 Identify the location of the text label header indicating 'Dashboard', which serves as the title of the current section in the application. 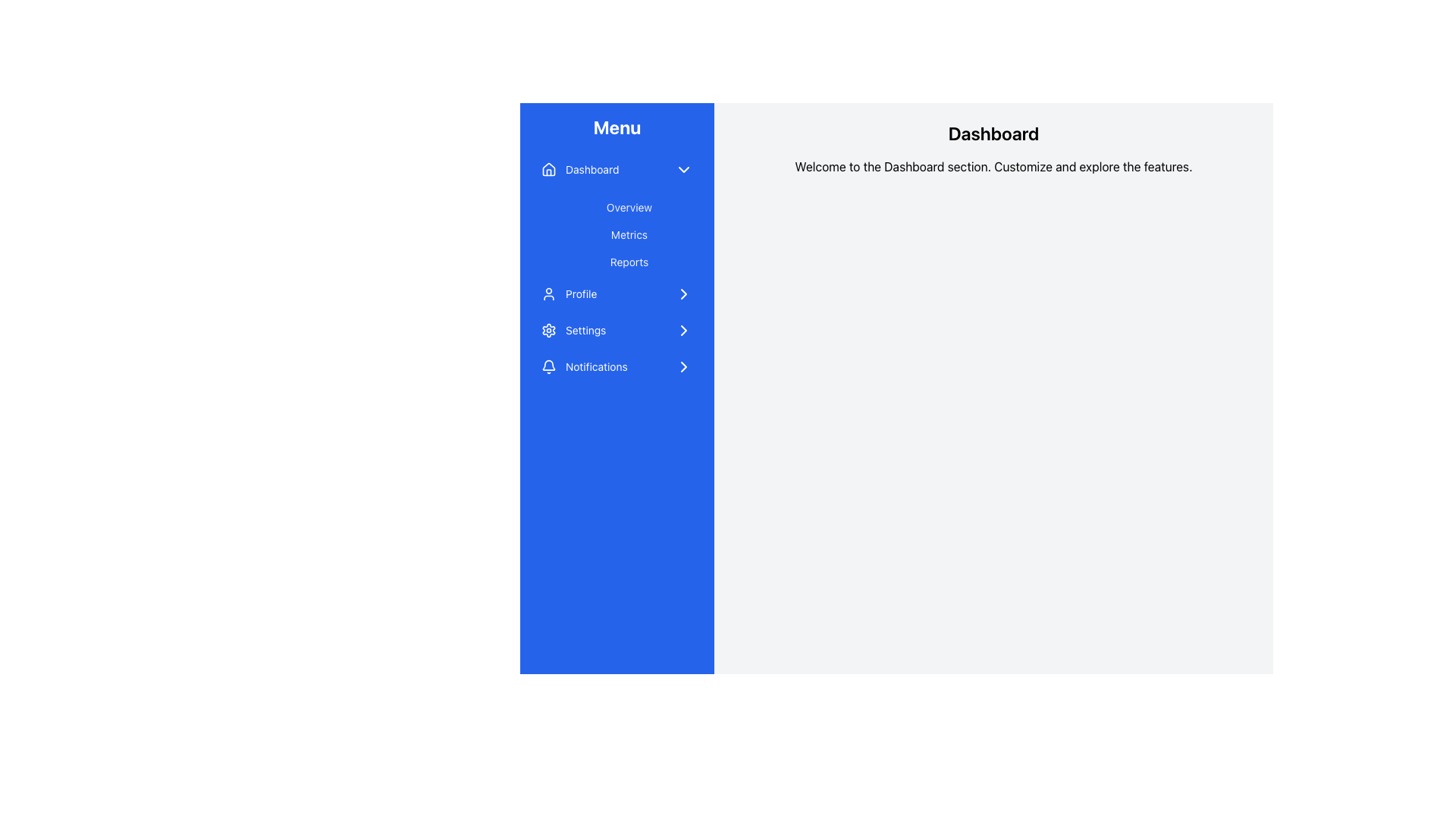
(993, 133).